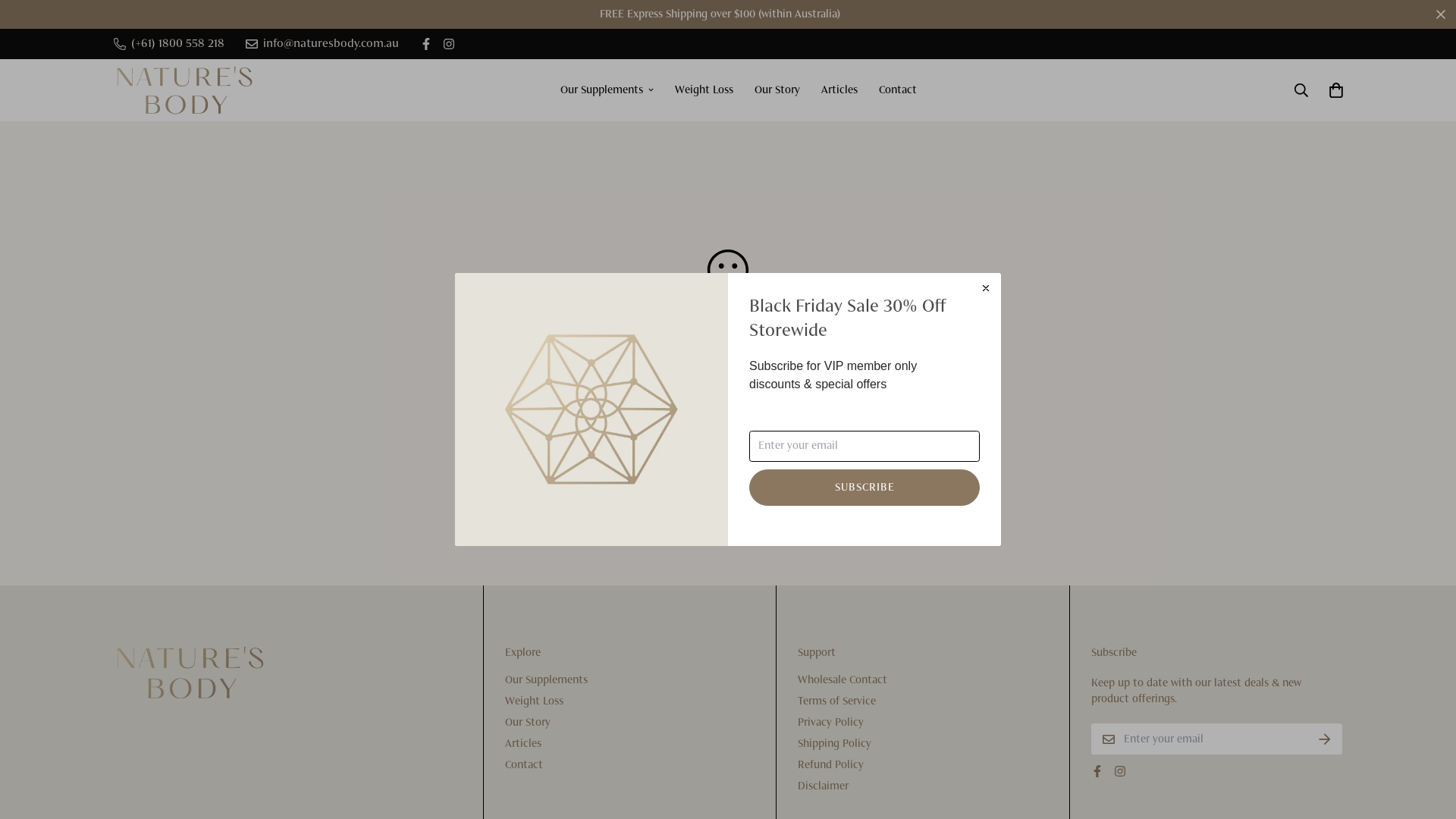 The width and height of the screenshot is (1456, 819). What do you see at coordinates (703, 89) in the screenshot?
I see `'Weight Loss'` at bounding box center [703, 89].